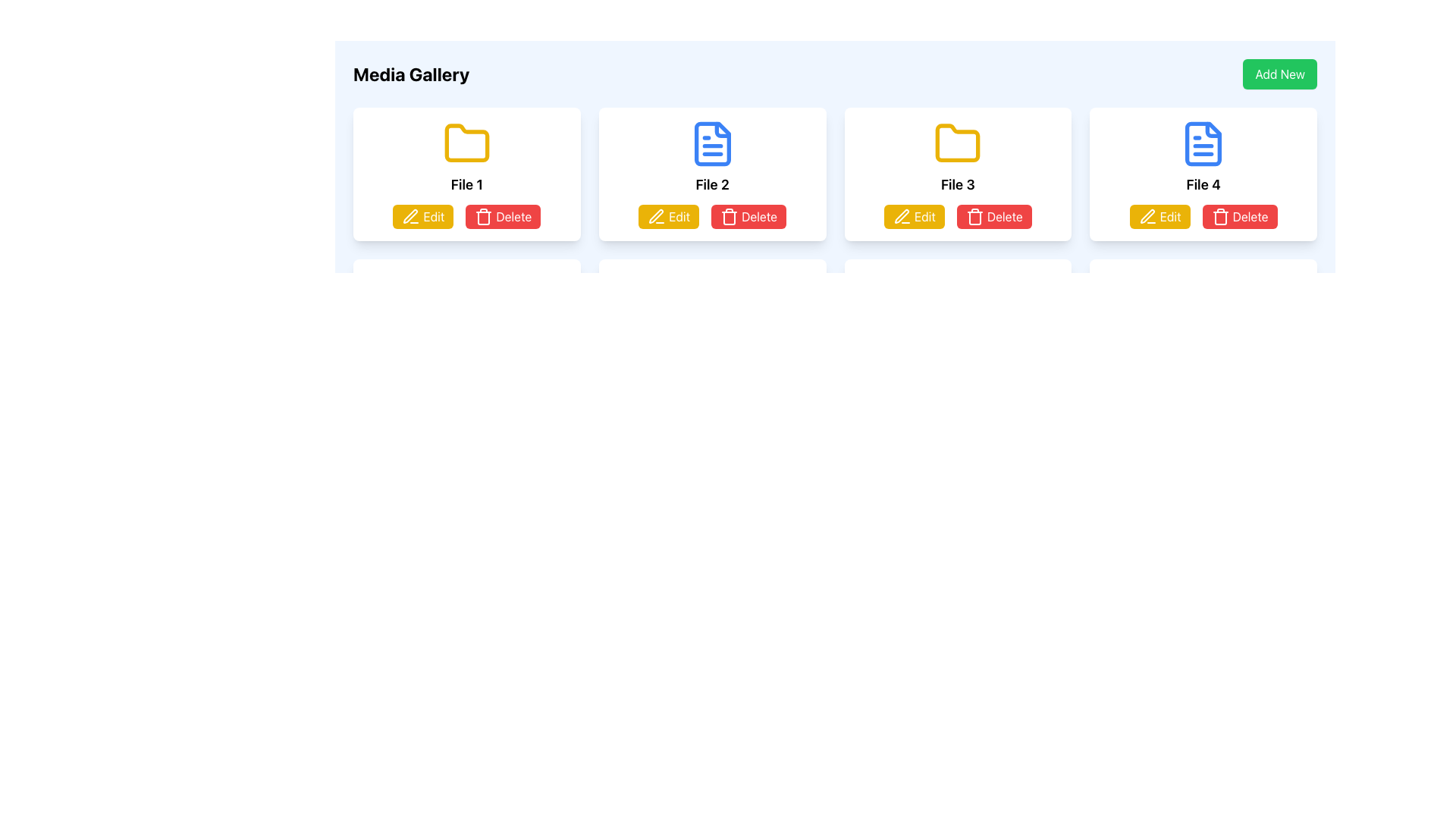  Describe the element at coordinates (483, 216) in the screenshot. I see `the trash bin icon within the 'Delete' button located at the bottom right corner of the 'File 1' card` at that location.